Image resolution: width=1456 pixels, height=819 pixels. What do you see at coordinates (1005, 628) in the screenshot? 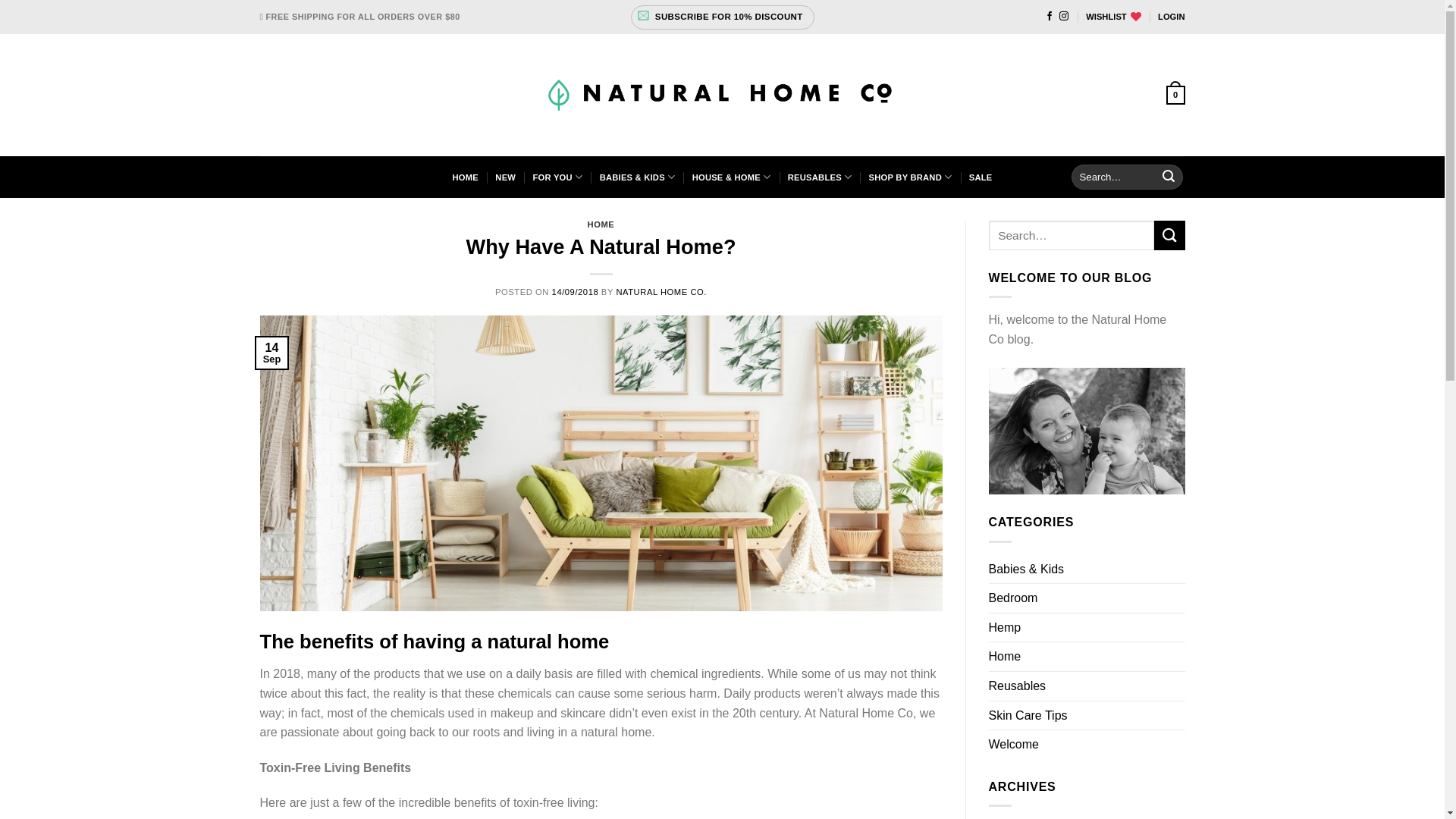
I see `'Hemp'` at bounding box center [1005, 628].